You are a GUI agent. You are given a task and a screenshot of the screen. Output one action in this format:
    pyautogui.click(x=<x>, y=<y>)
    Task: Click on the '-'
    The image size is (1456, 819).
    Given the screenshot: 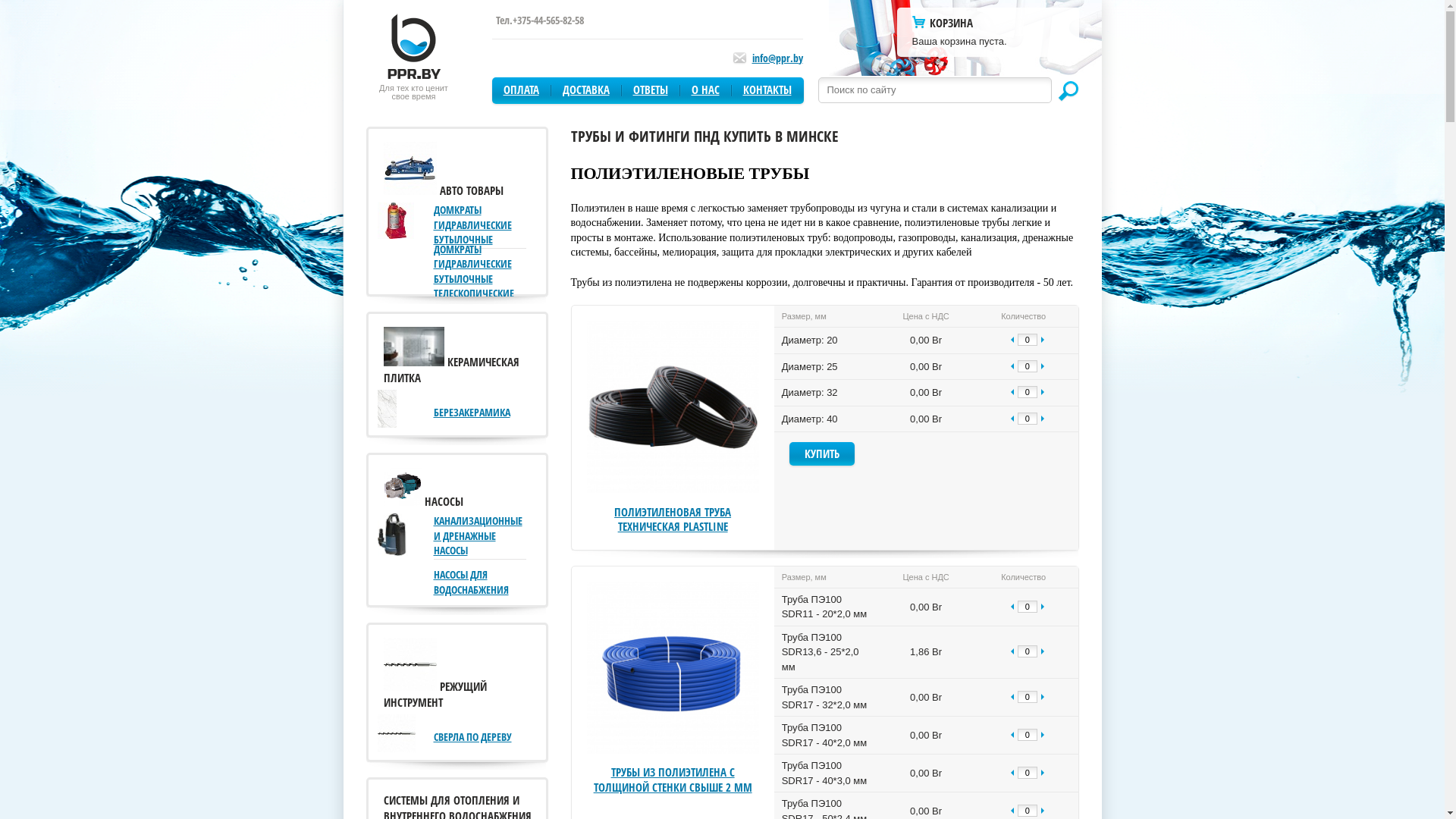 What is the action you would take?
    pyautogui.click(x=1012, y=339)
    